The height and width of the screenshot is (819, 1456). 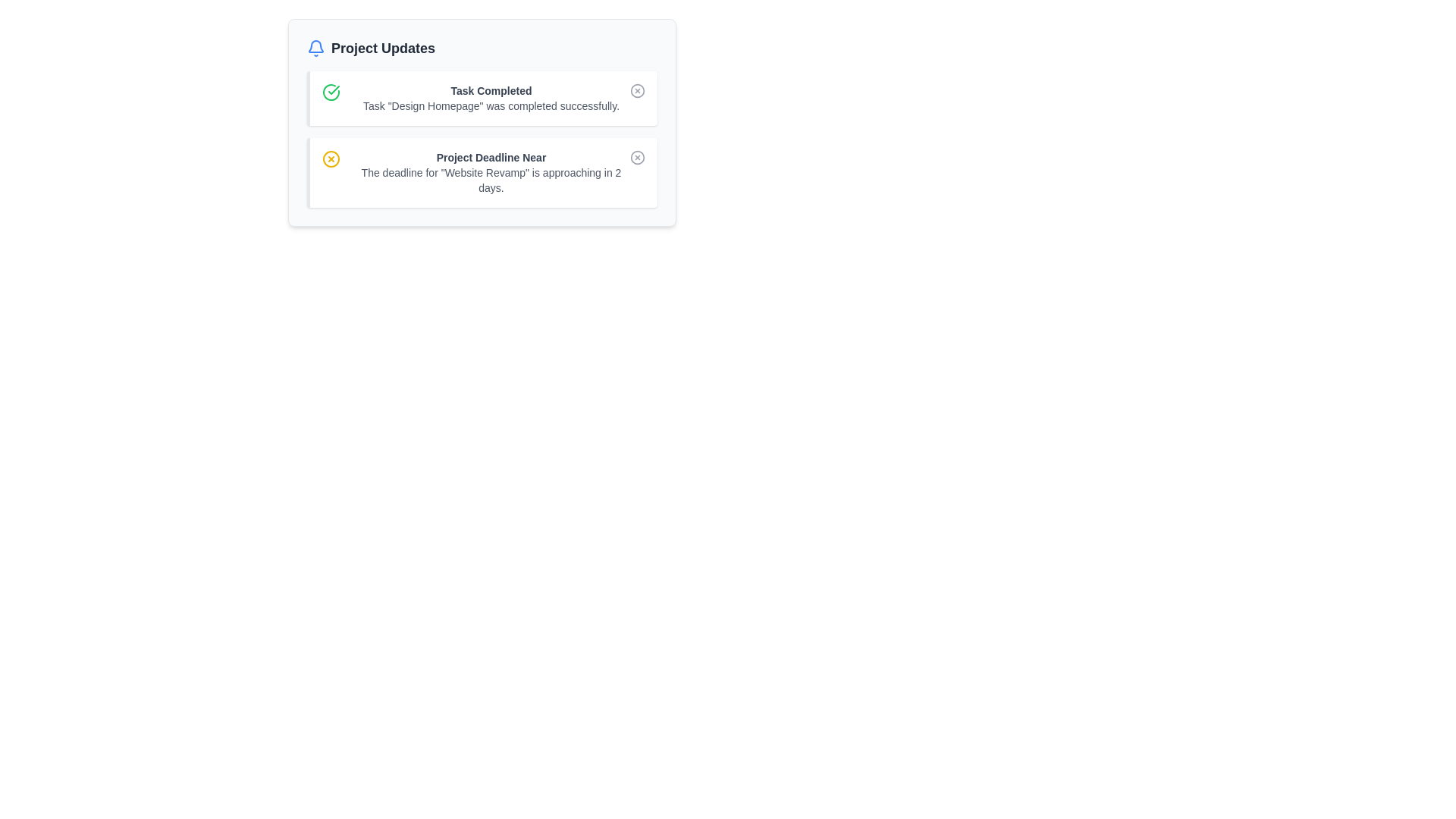 I want to click on text from the urgency text label located in the notification panel, directly below the 'Task Completed' section, so click(x=491, y=158).